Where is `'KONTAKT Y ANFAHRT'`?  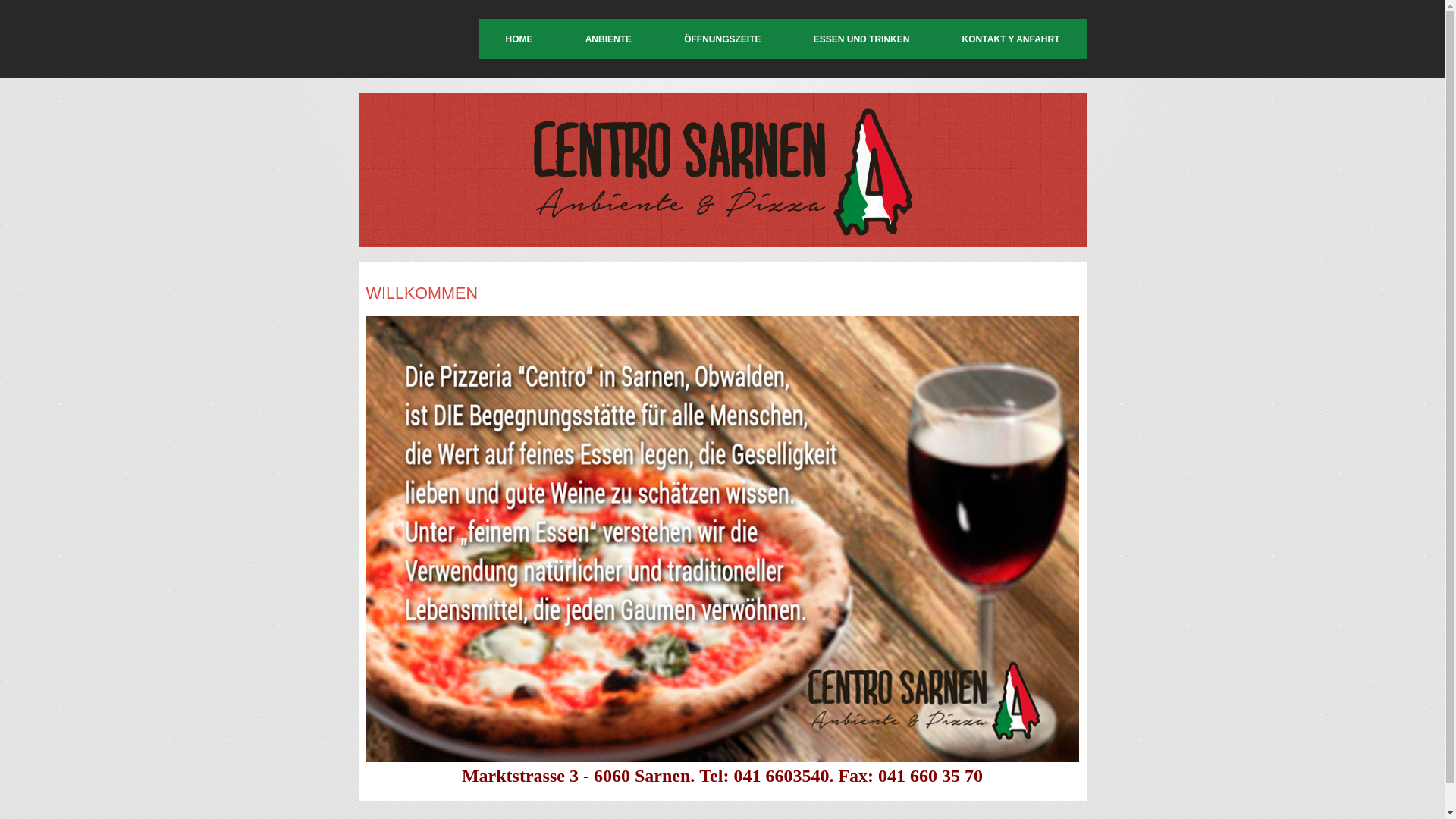
'KONTAKT Y ANFAHRT' is located at coordinates (1011, 38).